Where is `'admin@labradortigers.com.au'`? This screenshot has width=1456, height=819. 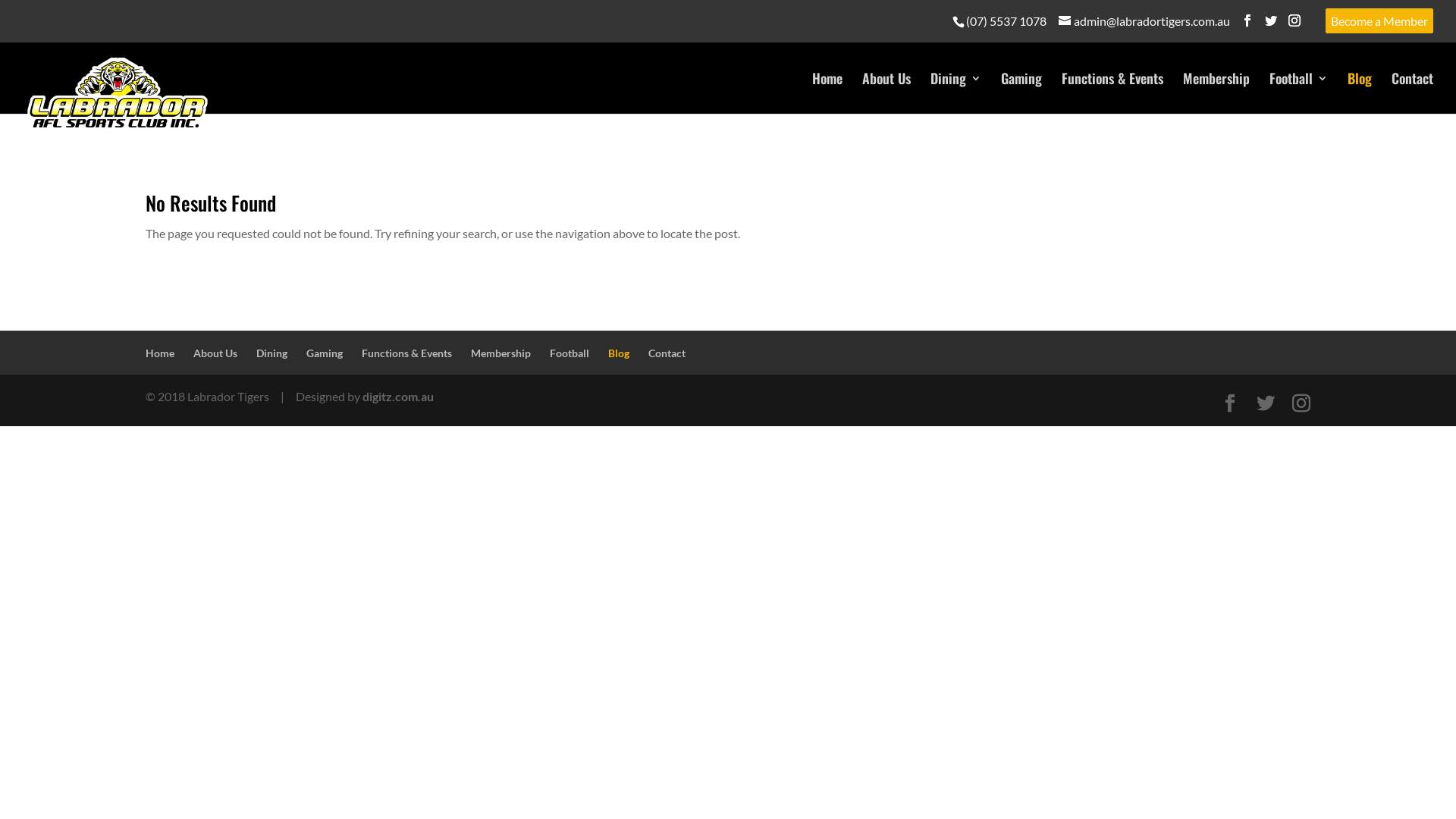
'admin@labradortigers.com.au' is located at coordinates (1144, 20).